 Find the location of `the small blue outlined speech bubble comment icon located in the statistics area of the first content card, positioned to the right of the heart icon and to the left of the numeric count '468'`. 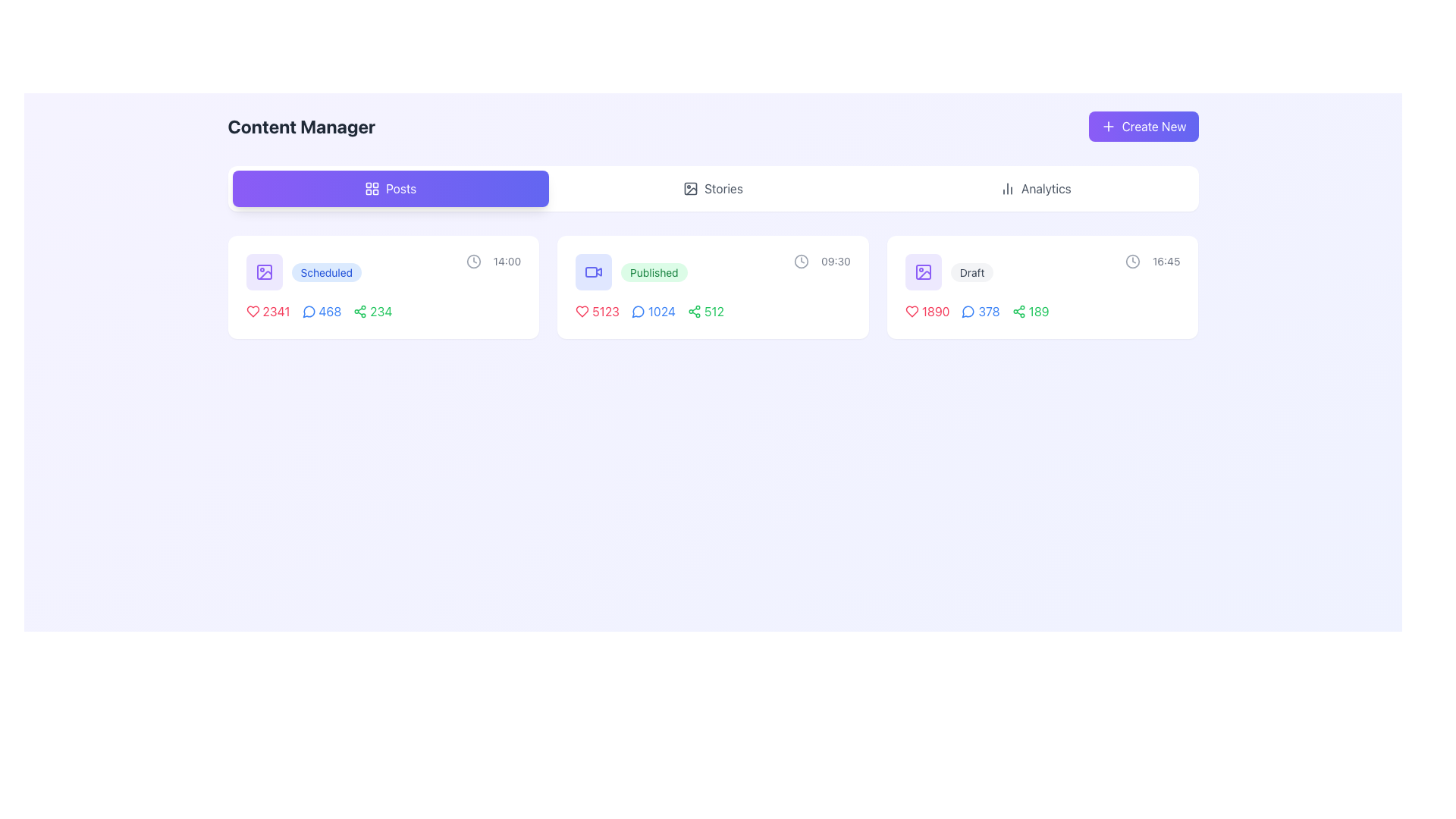

the small blue outlined speech bubble comment icon located in the statistics area of the first content card, positioned to the right of the heart icon and to the left of the numeric count '468' is located at coordinates (308, 311).